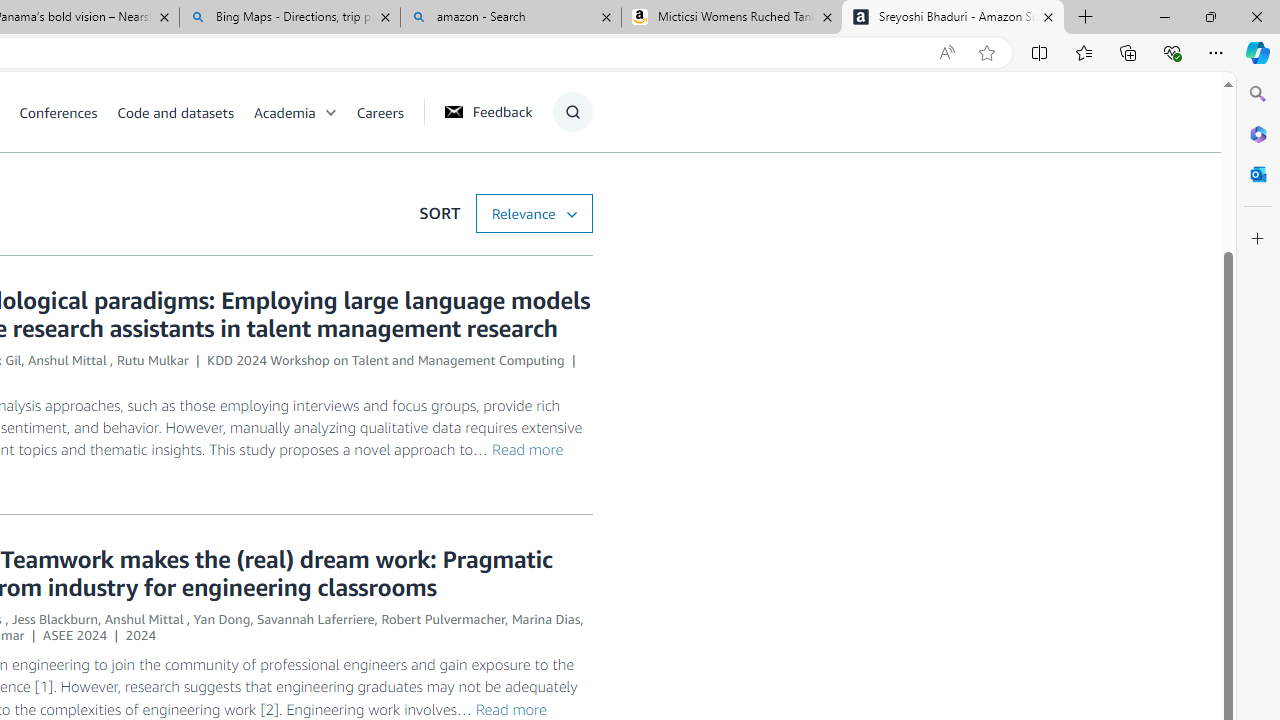 Image resolution: width=1280 pixels, height=720 pixels. What do you see at coordinates (389, 111) in the screenshot?
I see `'Careers'` at bounding box center [389, 111].